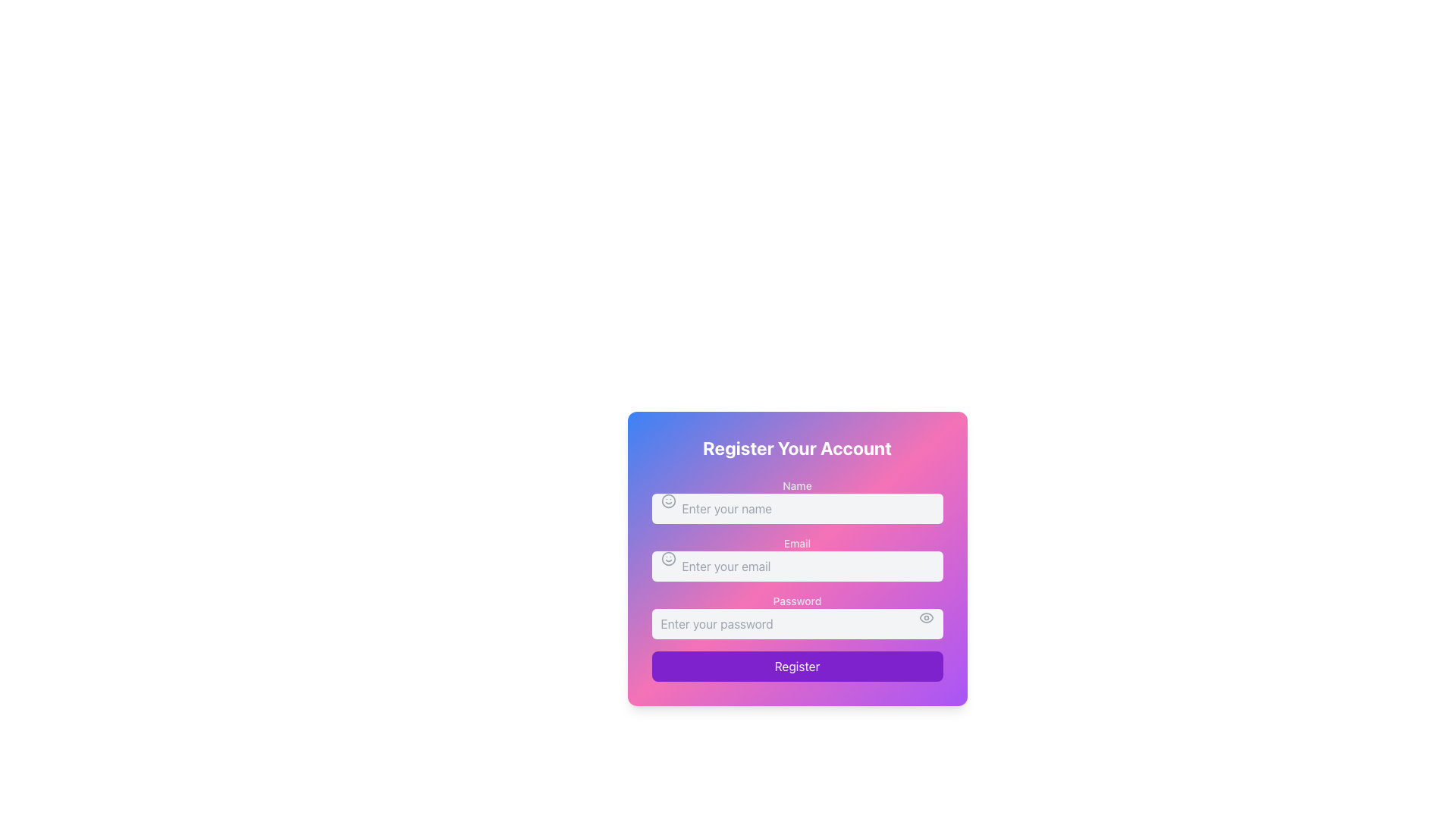  What do you see at coordinates (796, 601) in the screenshot?
I see `the password label that indicates the input field for entering a password, positioned above the corresponding password input field in the form` at bounding box center [796, 601].